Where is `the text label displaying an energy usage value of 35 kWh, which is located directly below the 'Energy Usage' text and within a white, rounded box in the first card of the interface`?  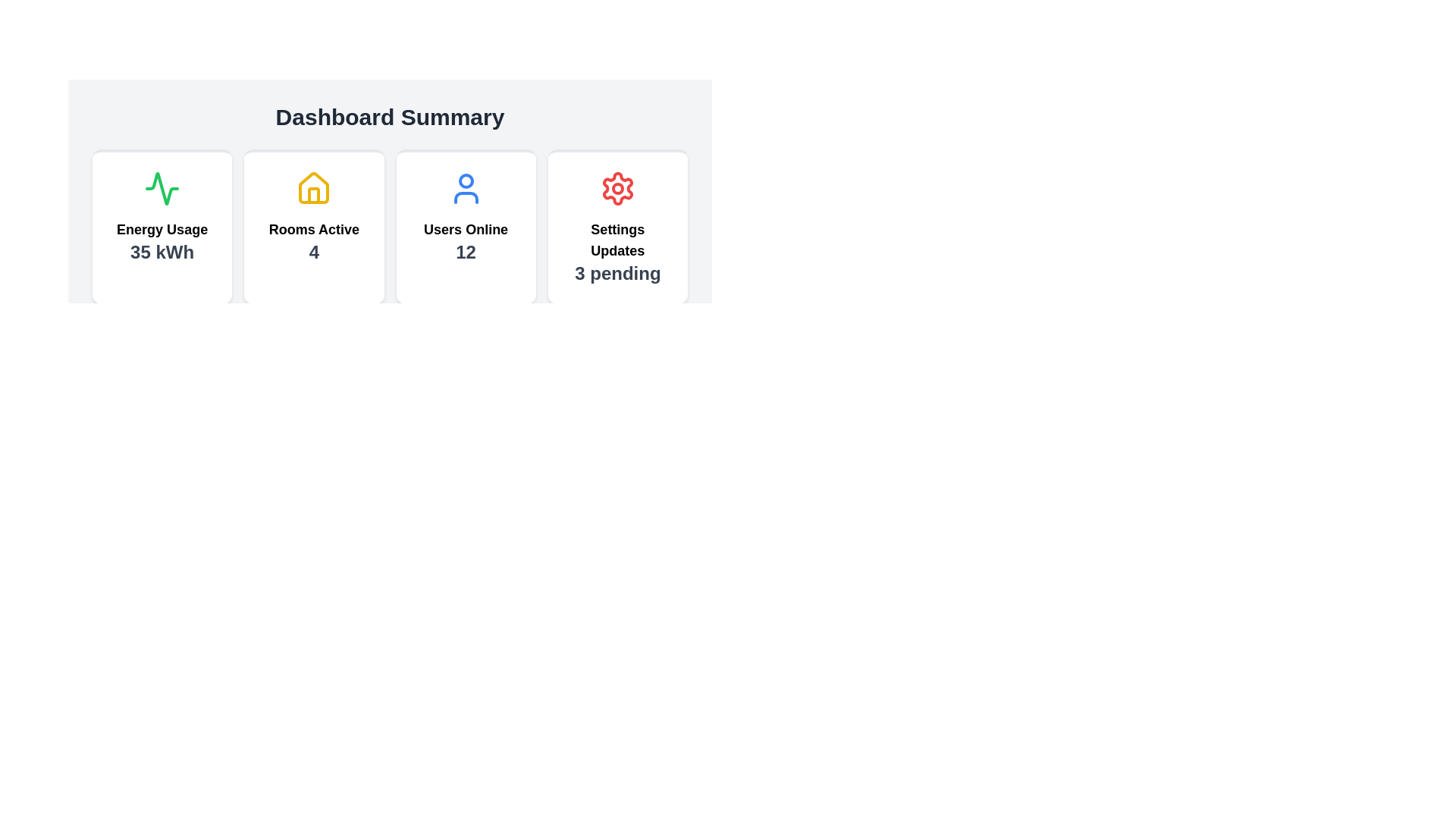 the text label displaying an energy usage value of 35 kWh, which is located directly below the 'Energy Usage' text and within a white, rounded box in the first card of the interface is located at coordinates (162, 251).